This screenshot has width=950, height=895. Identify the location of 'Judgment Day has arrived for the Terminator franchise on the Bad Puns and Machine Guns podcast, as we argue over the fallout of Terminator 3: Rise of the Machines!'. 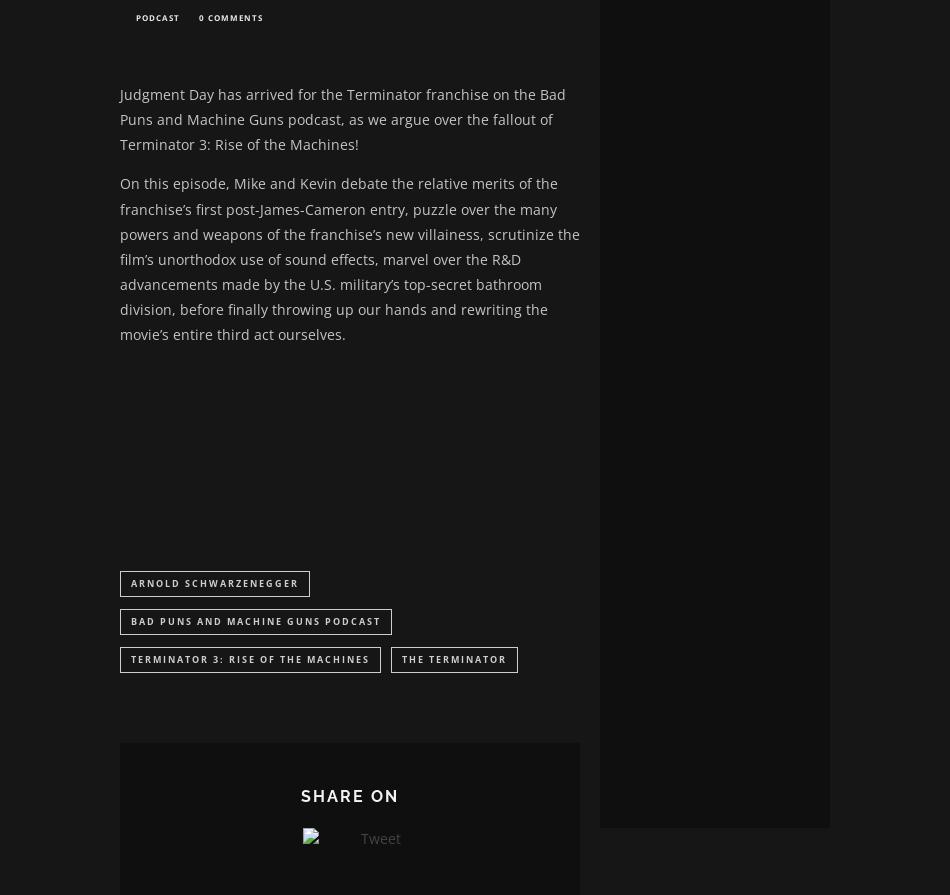
(342, 121).